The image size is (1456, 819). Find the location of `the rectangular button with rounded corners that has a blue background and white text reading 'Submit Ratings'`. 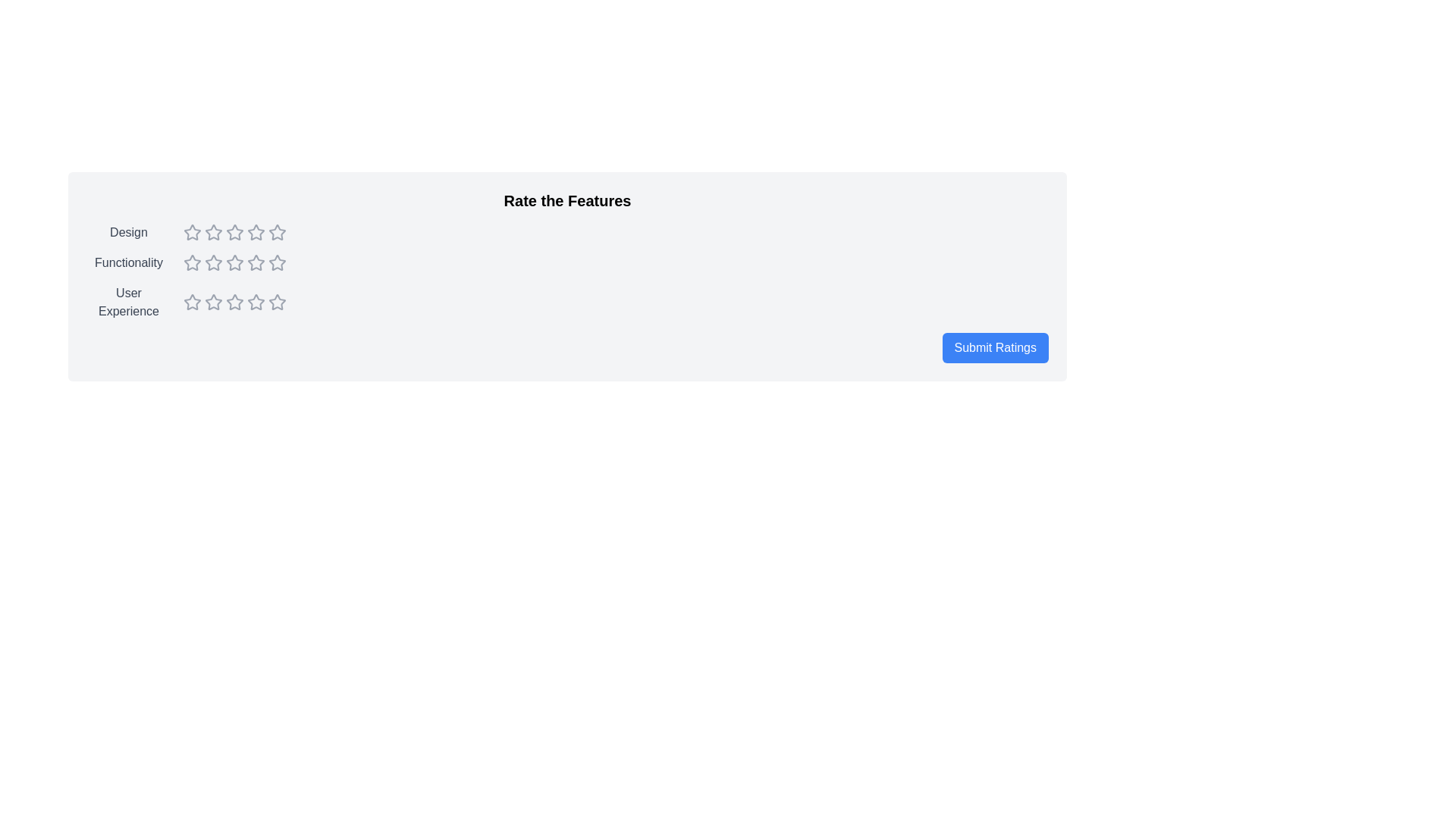

the rectangular button with rounded corners that has a blue background and white text reading 'Submit Ratings' is located at coordinates (995, 348).